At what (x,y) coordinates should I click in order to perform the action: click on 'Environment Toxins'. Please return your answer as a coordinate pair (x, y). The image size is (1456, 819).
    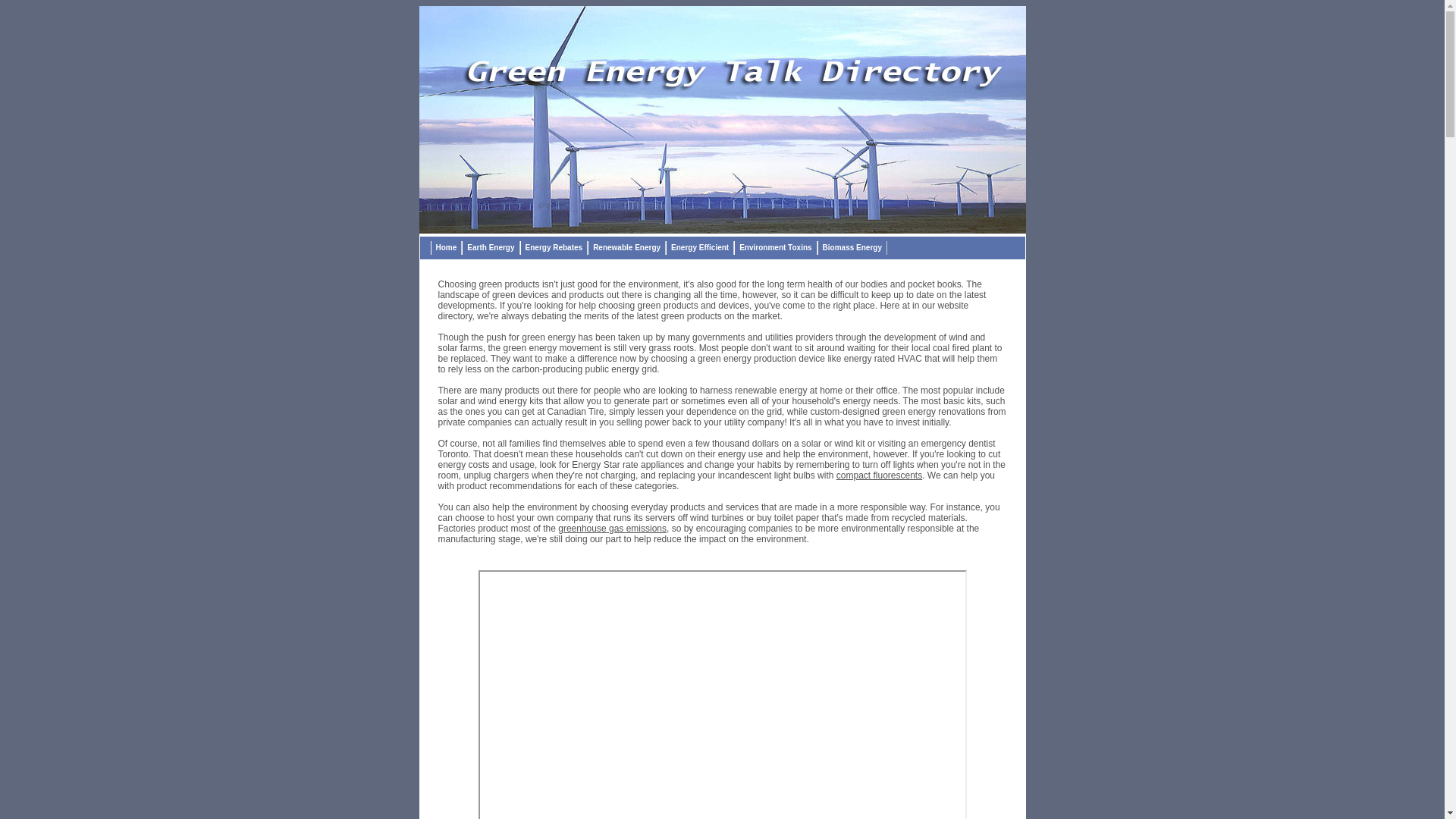
    Looking at the image, I should click on (734, 247).